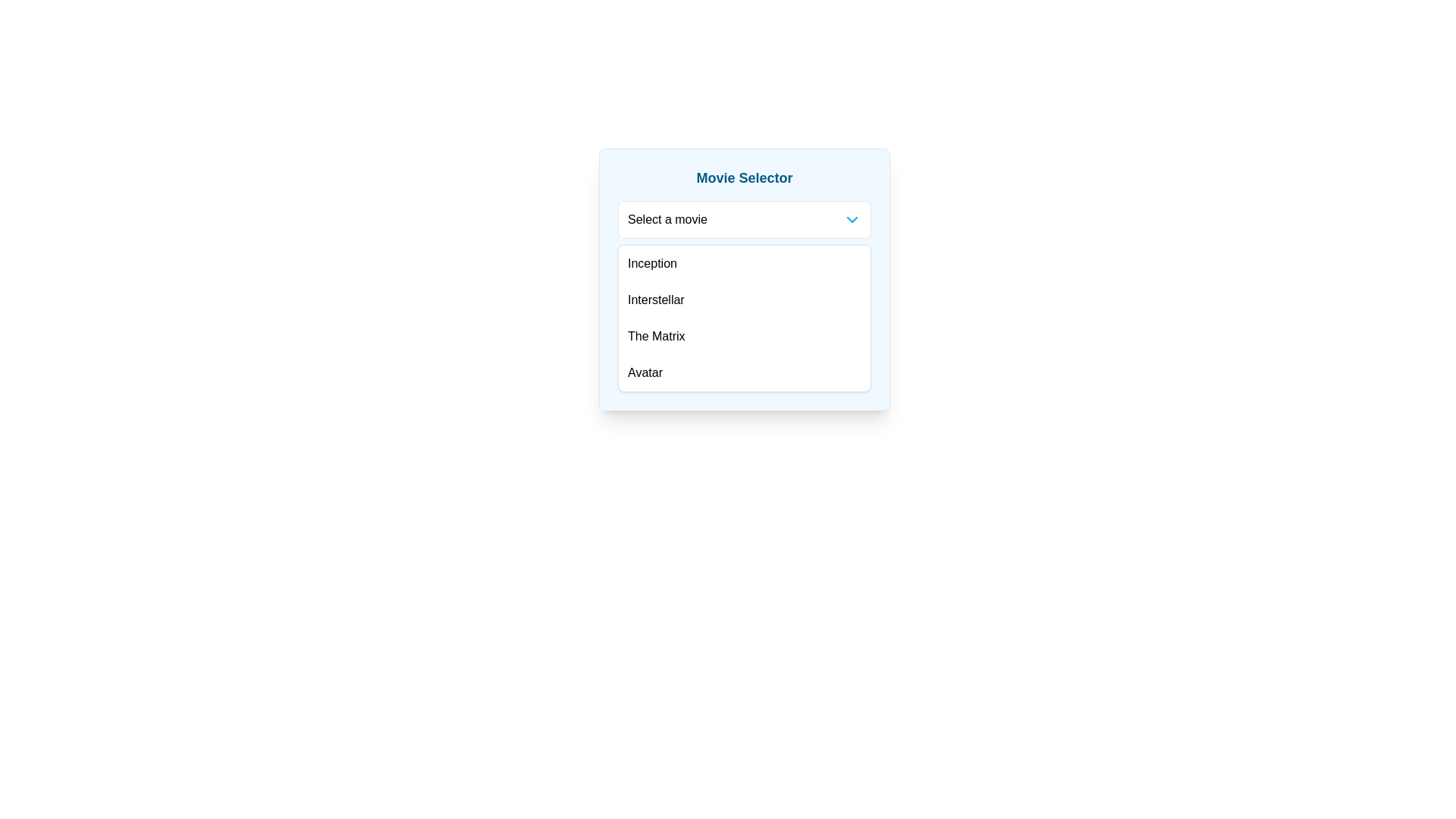  I want to click on the third item in the 'Movie Selector' dropdown menu, so click(656, 335).